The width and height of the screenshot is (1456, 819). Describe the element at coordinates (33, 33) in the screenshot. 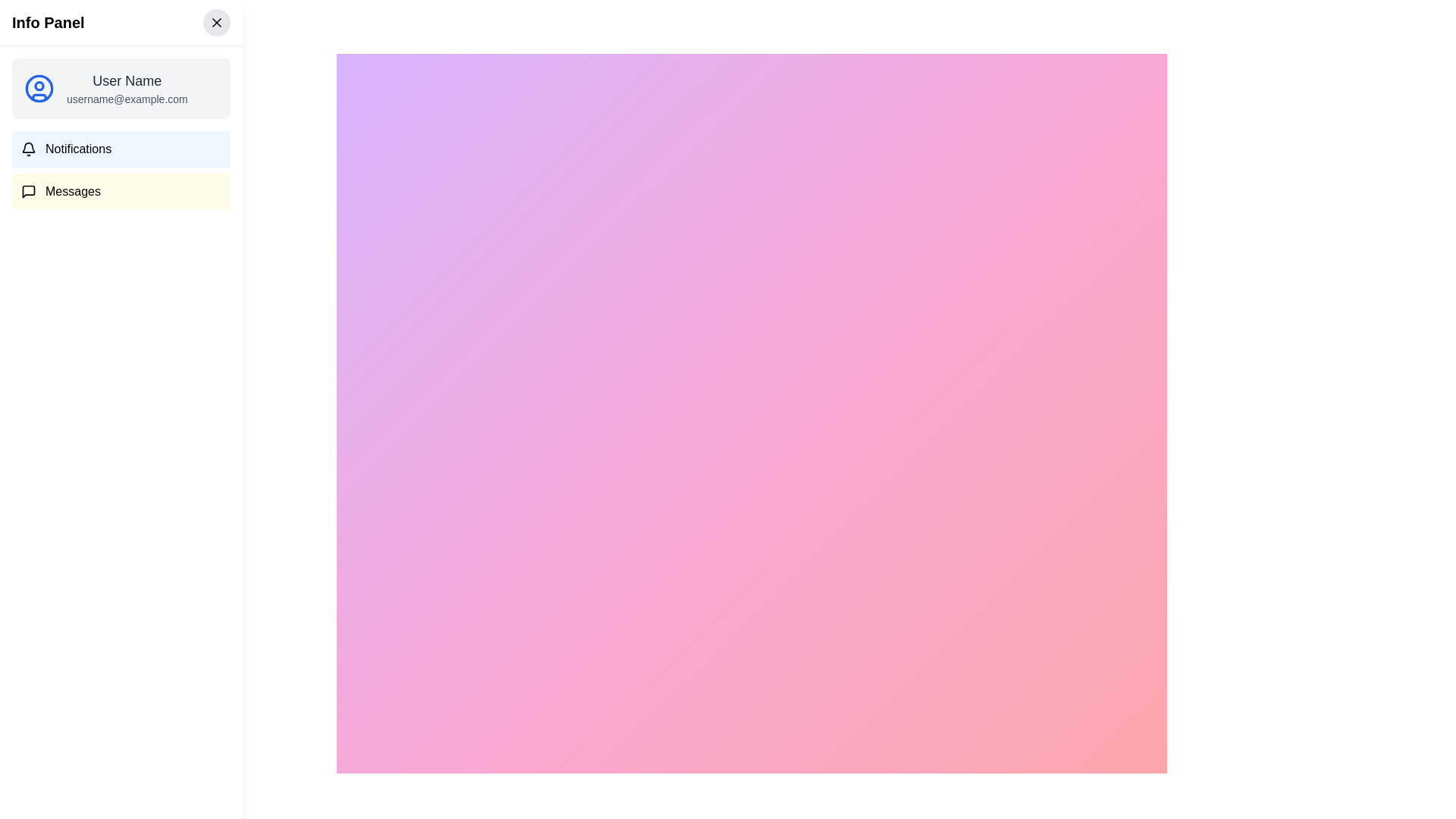

I see `the circular close button located at the top-left corner of the 'Info Panel' to indicate it is interactive` at that location.